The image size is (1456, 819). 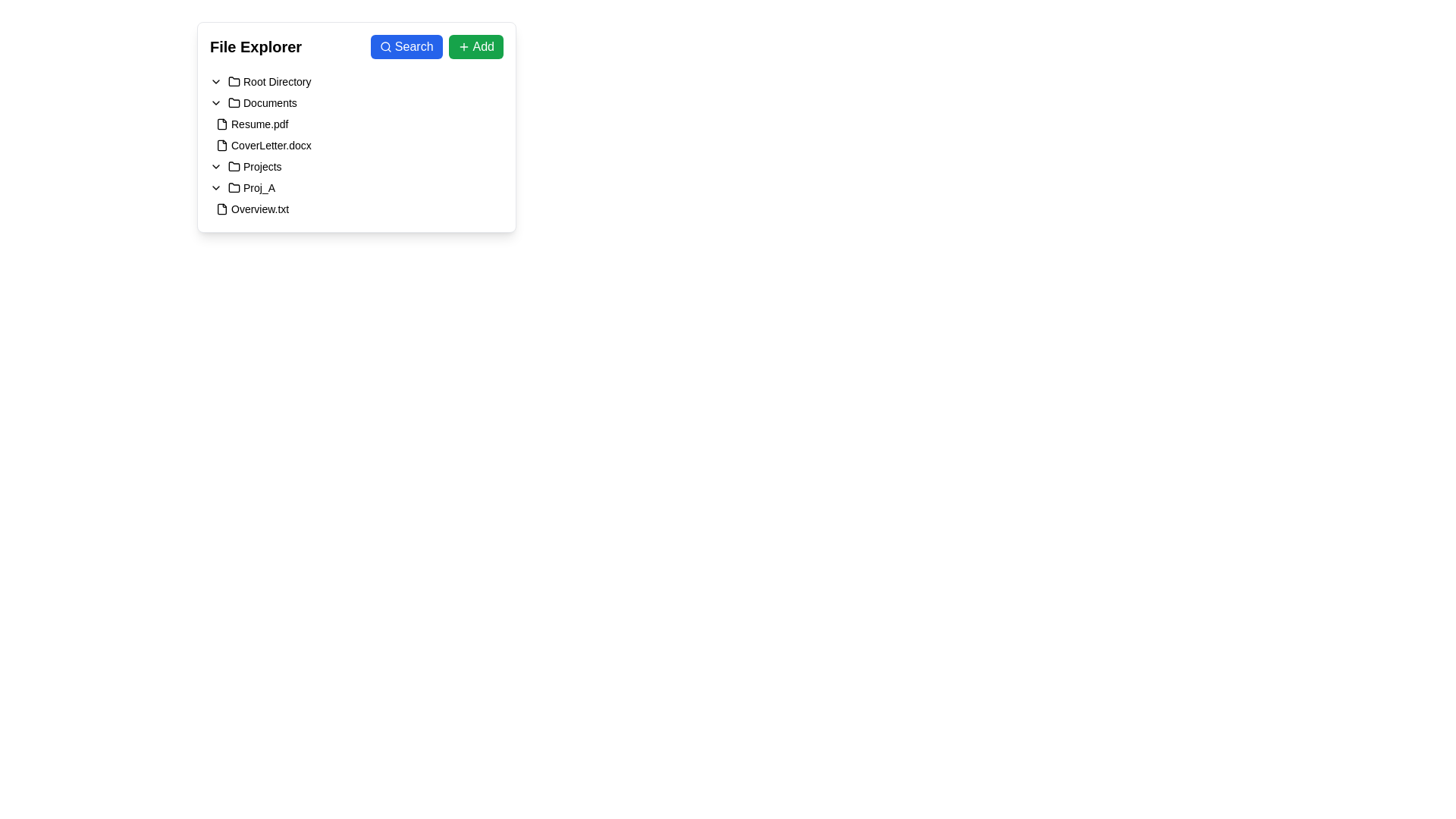 I want to click on the file icon representing 'Resume.pdf' located in the file explorer, positioned immediately to the left of the label, so click(x=221, y=124).